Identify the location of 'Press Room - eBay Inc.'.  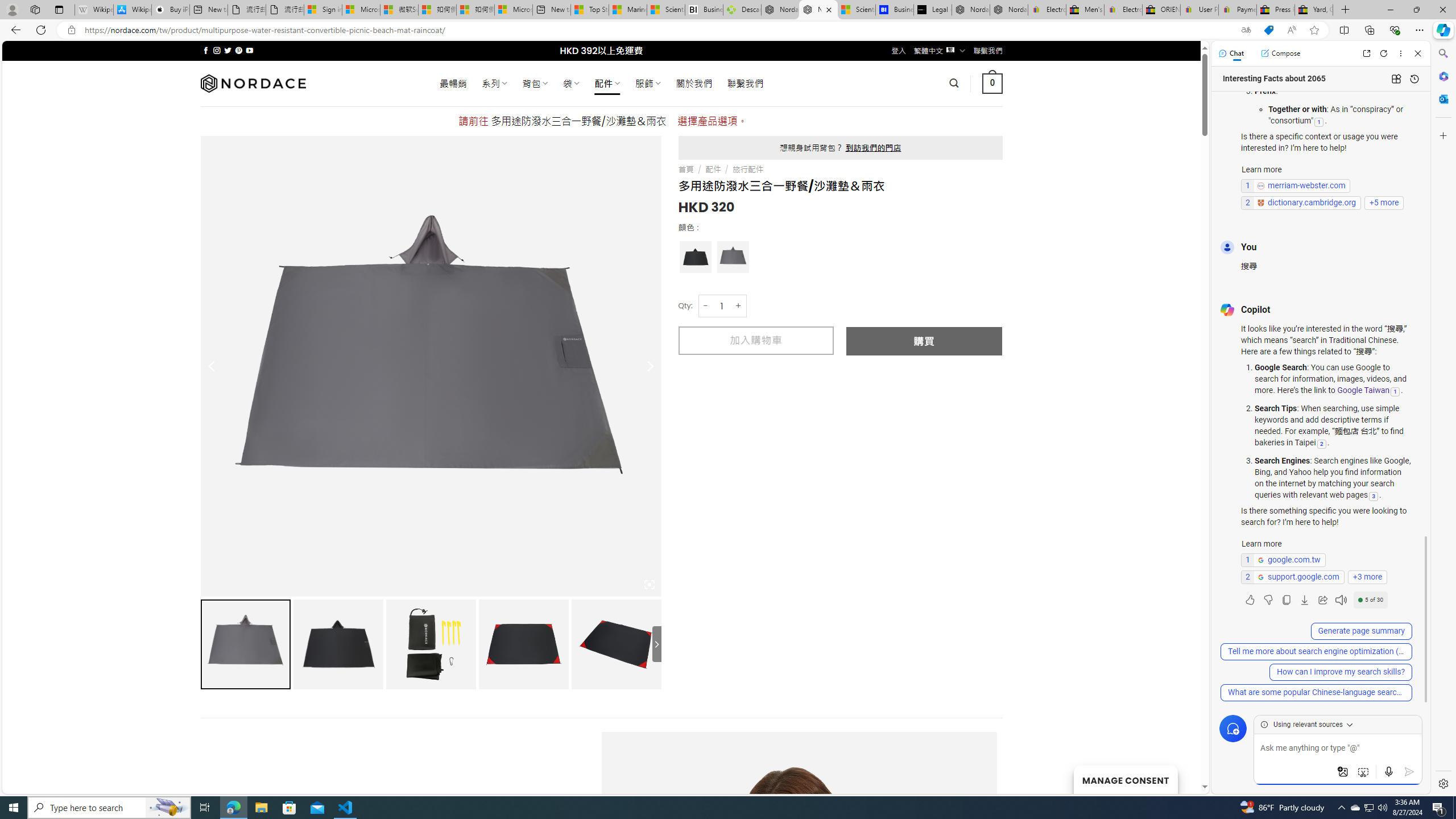
(1275, 9).